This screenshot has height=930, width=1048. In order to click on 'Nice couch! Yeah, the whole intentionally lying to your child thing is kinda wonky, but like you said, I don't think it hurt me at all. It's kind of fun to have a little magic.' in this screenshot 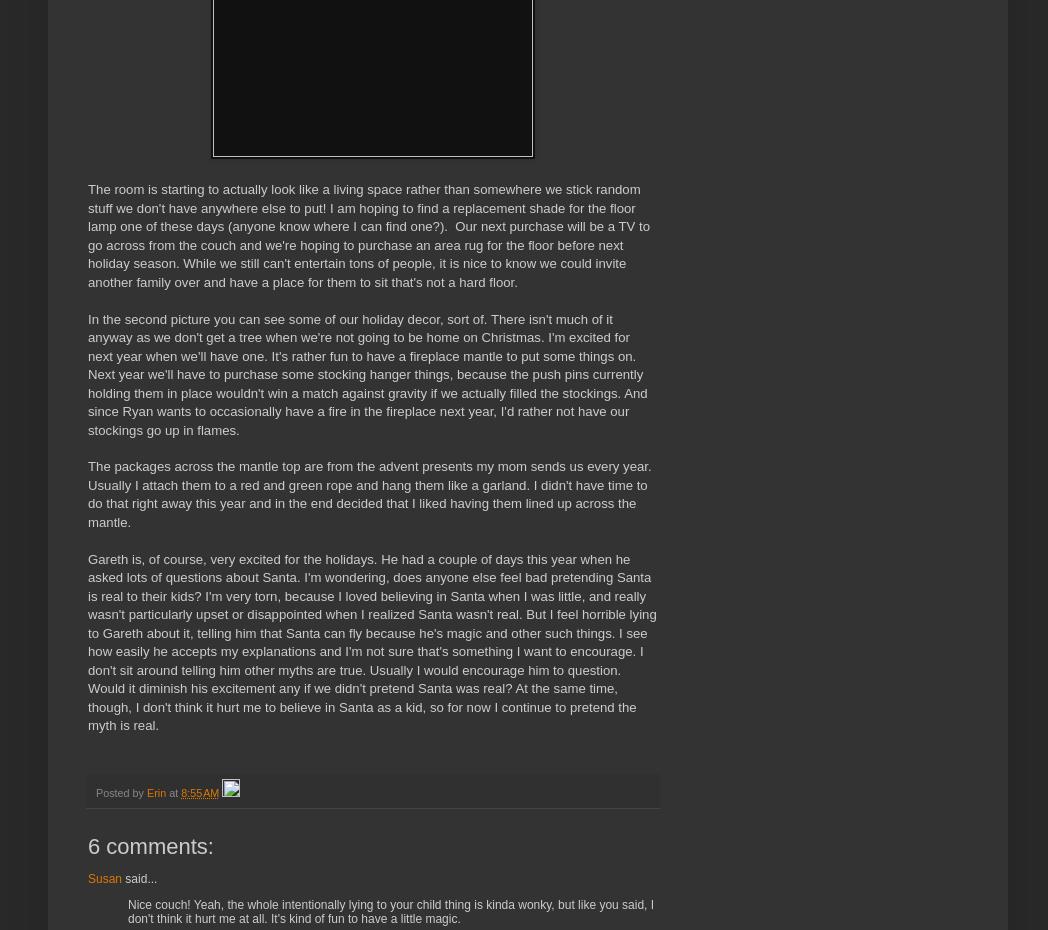, I will do `click(390, 911)`.